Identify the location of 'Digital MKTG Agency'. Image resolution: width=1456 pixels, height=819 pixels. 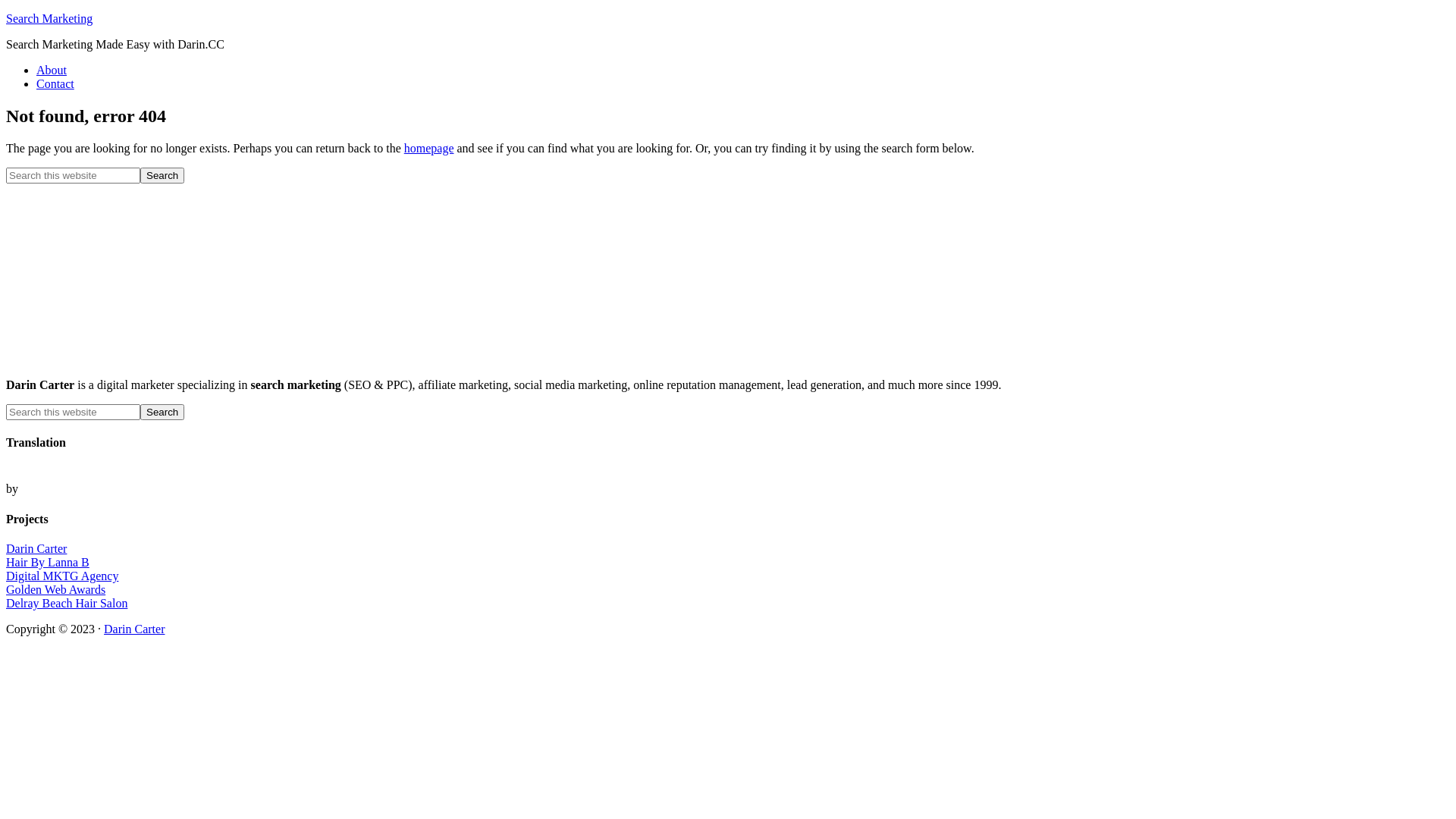
(6, 576).